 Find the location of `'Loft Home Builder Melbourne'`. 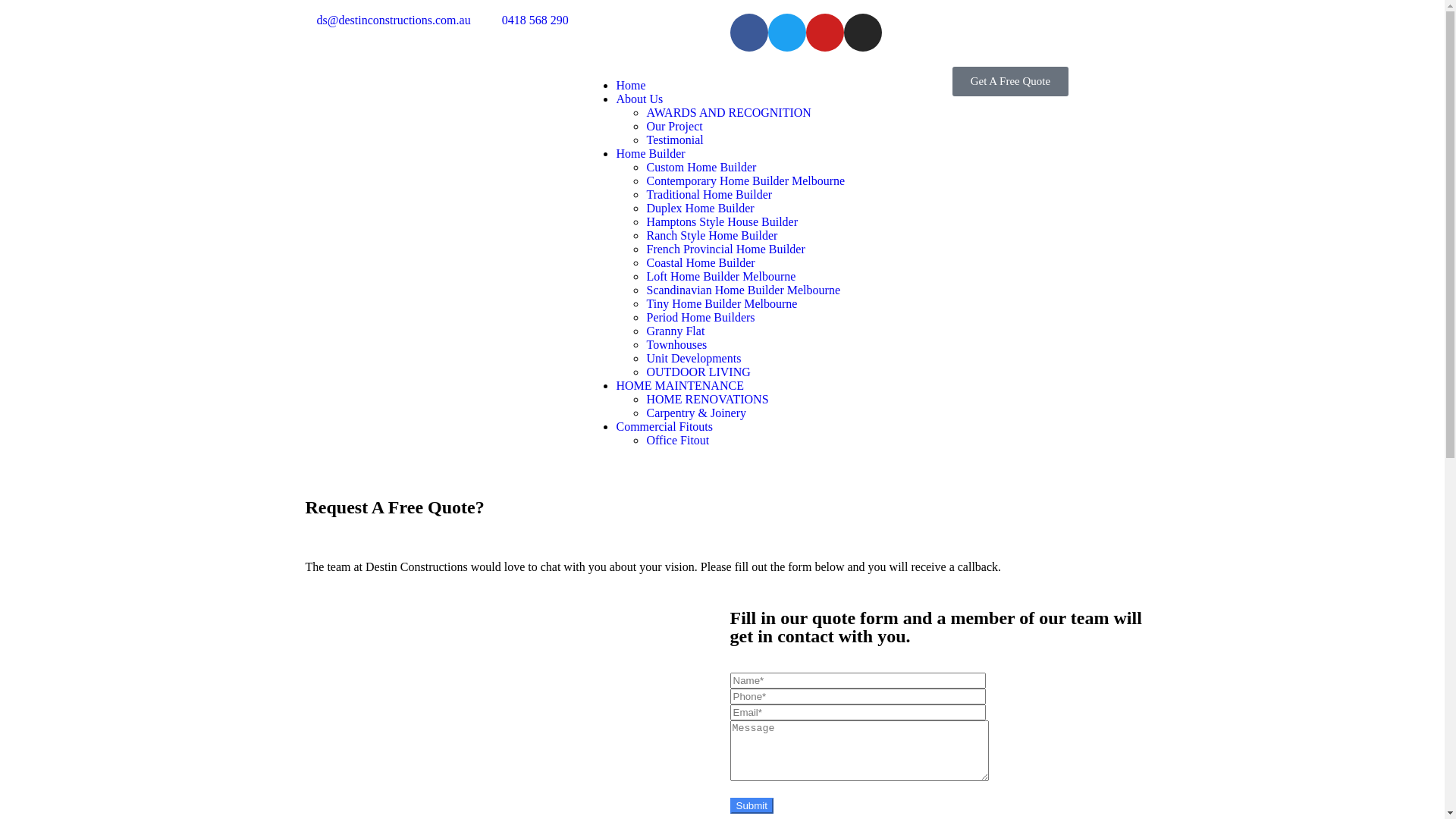

'Loft Home Builder Melbourne' is located at coordinates (720, 276).